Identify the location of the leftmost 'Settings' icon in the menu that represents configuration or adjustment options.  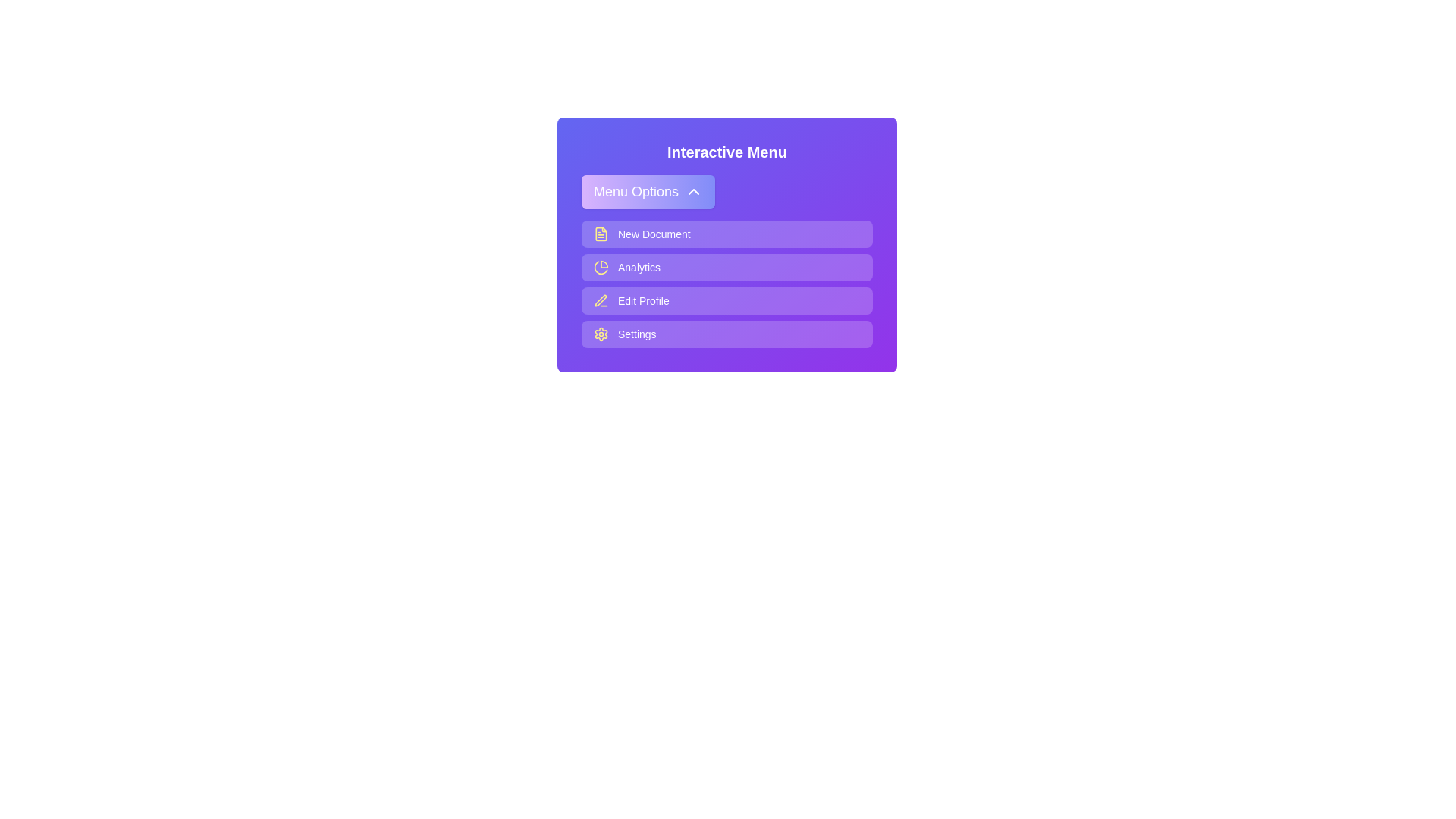
(600, 333).